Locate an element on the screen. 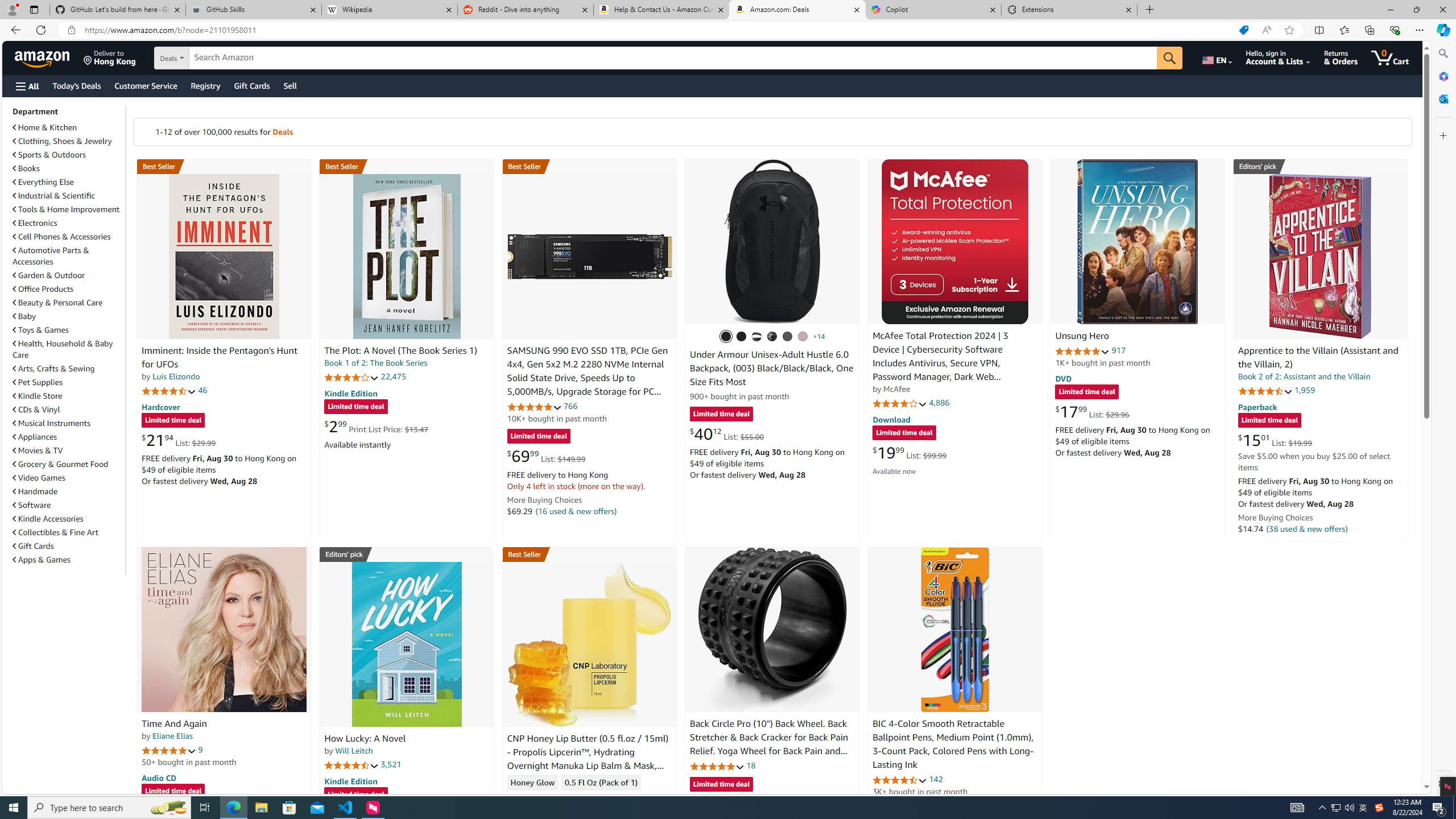 The image size is (1456, 819). 'Collectibles & Fine Art' is located at coordinates (67, 532).